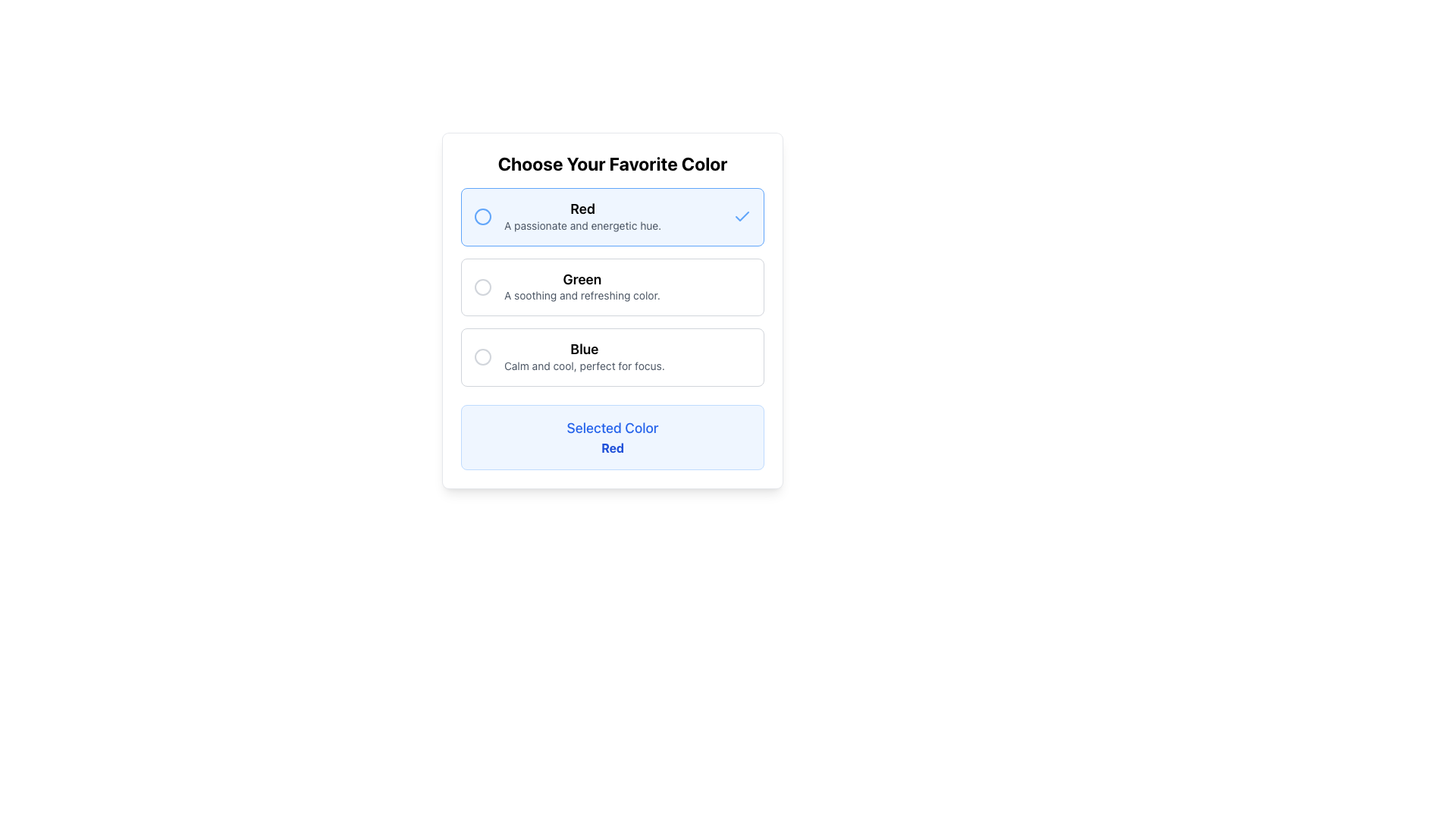 This screenshot has width=1456, height=819. I want to click on the circular radio button for the 'Green' color option, so click(482, 287).